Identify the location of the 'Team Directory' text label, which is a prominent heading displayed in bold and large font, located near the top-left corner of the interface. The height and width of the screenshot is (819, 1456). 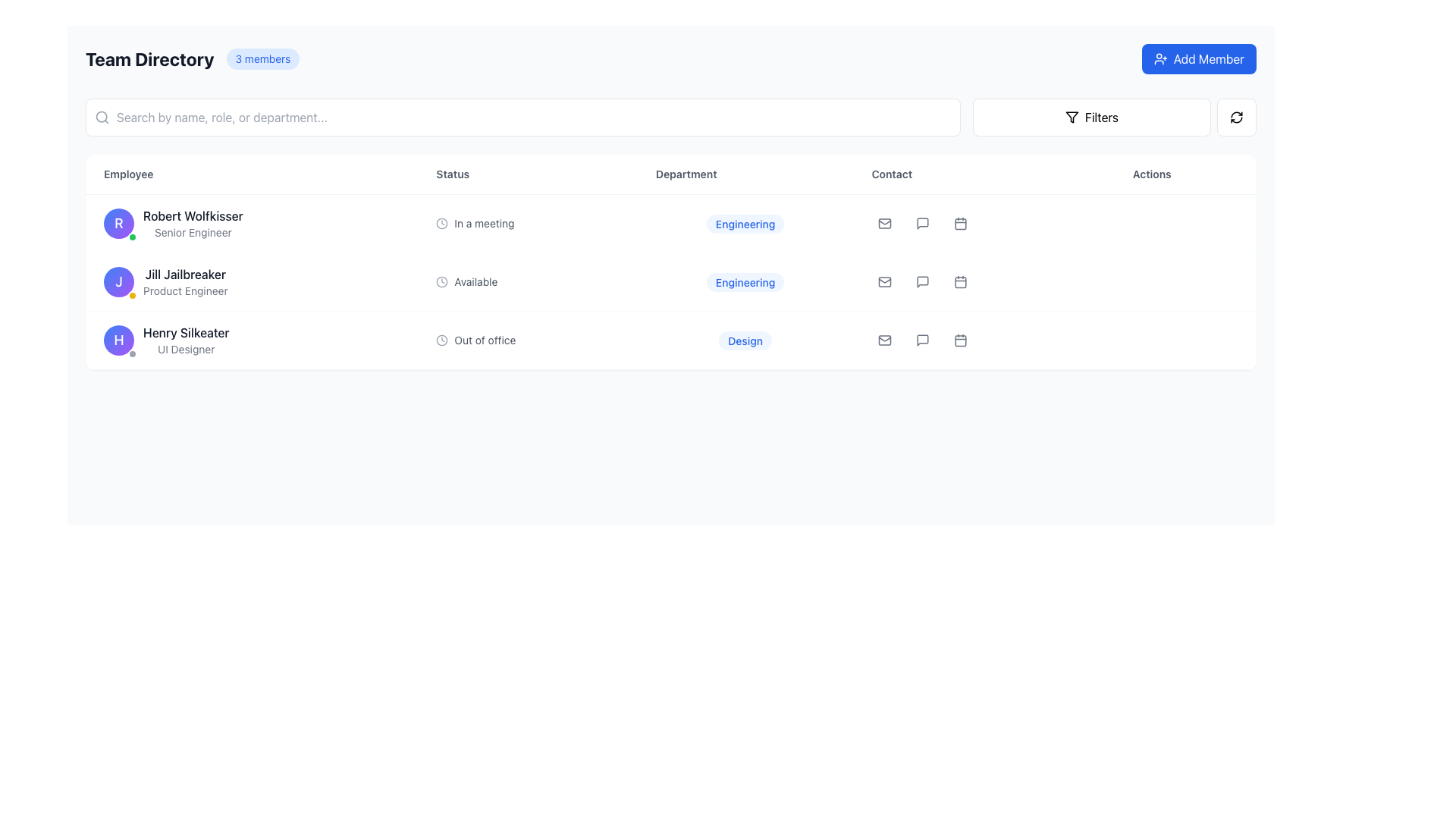
(149, 58).